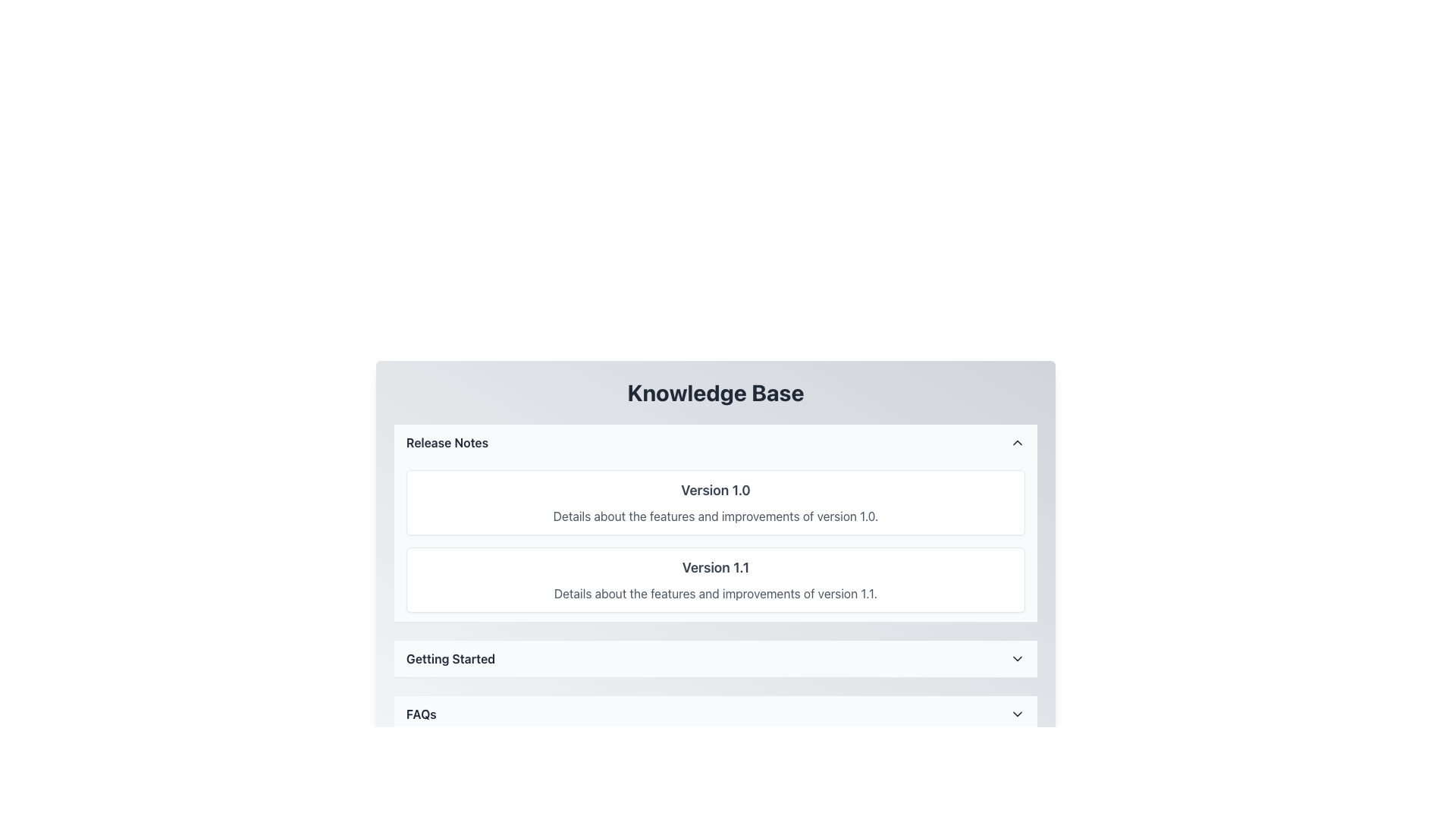 This screenshot has width=1456, height=819. Describe the element at coordinates (715, 567) in the screenshot. I see `the Text Label 'Version 1.1', which serves as a heading for the section titled 'Release Notes' in the Knowledge Base interface` at that location.